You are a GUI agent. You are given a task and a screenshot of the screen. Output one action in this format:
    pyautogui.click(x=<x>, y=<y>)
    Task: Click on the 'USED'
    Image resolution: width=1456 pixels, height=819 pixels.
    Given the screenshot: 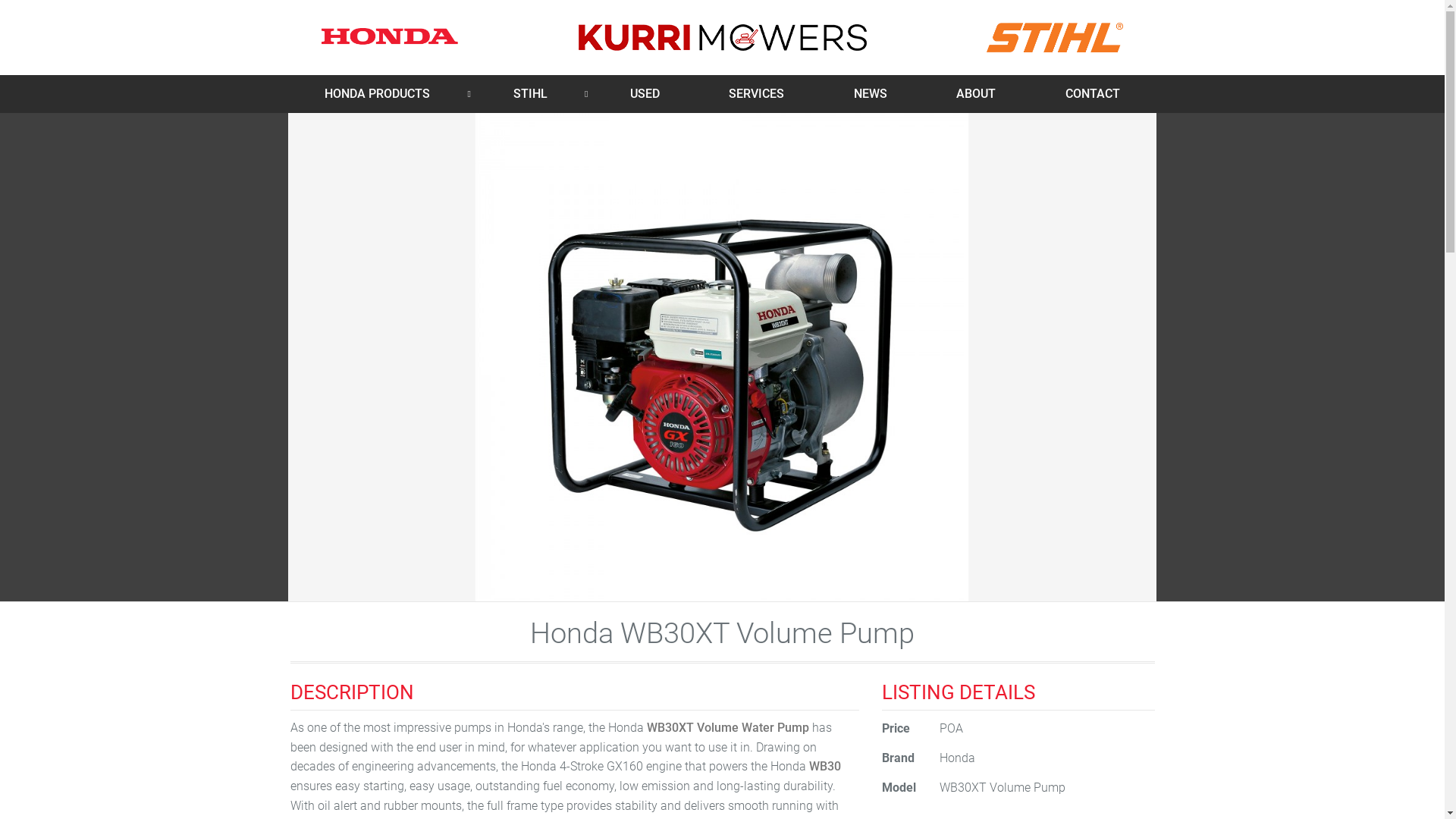 What is the action you would take?
    pyautogui.click(x=645, y=93)
    